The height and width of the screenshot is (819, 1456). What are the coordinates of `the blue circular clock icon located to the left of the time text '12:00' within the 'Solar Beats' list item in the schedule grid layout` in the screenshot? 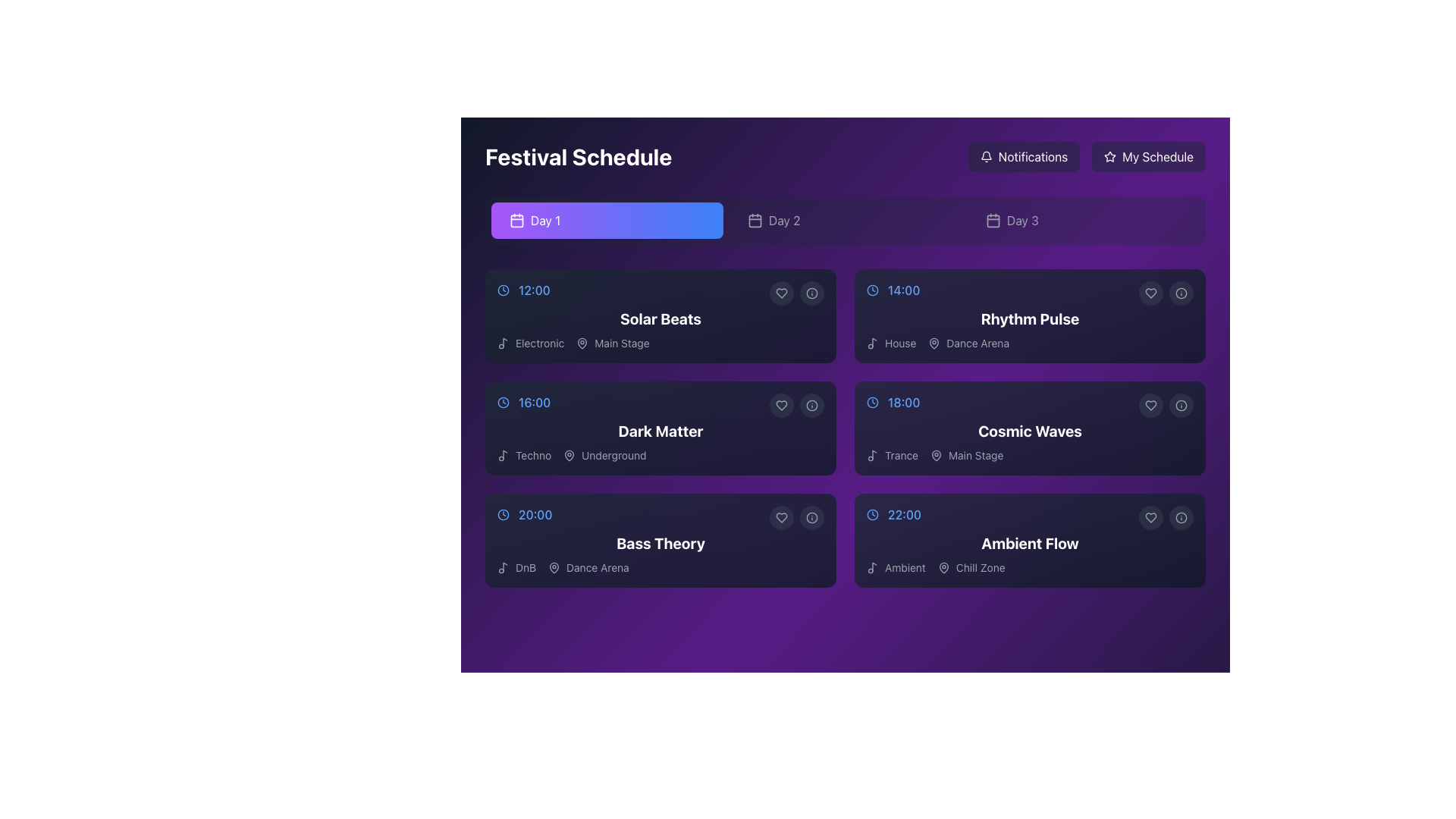 It's located at (503, 290).